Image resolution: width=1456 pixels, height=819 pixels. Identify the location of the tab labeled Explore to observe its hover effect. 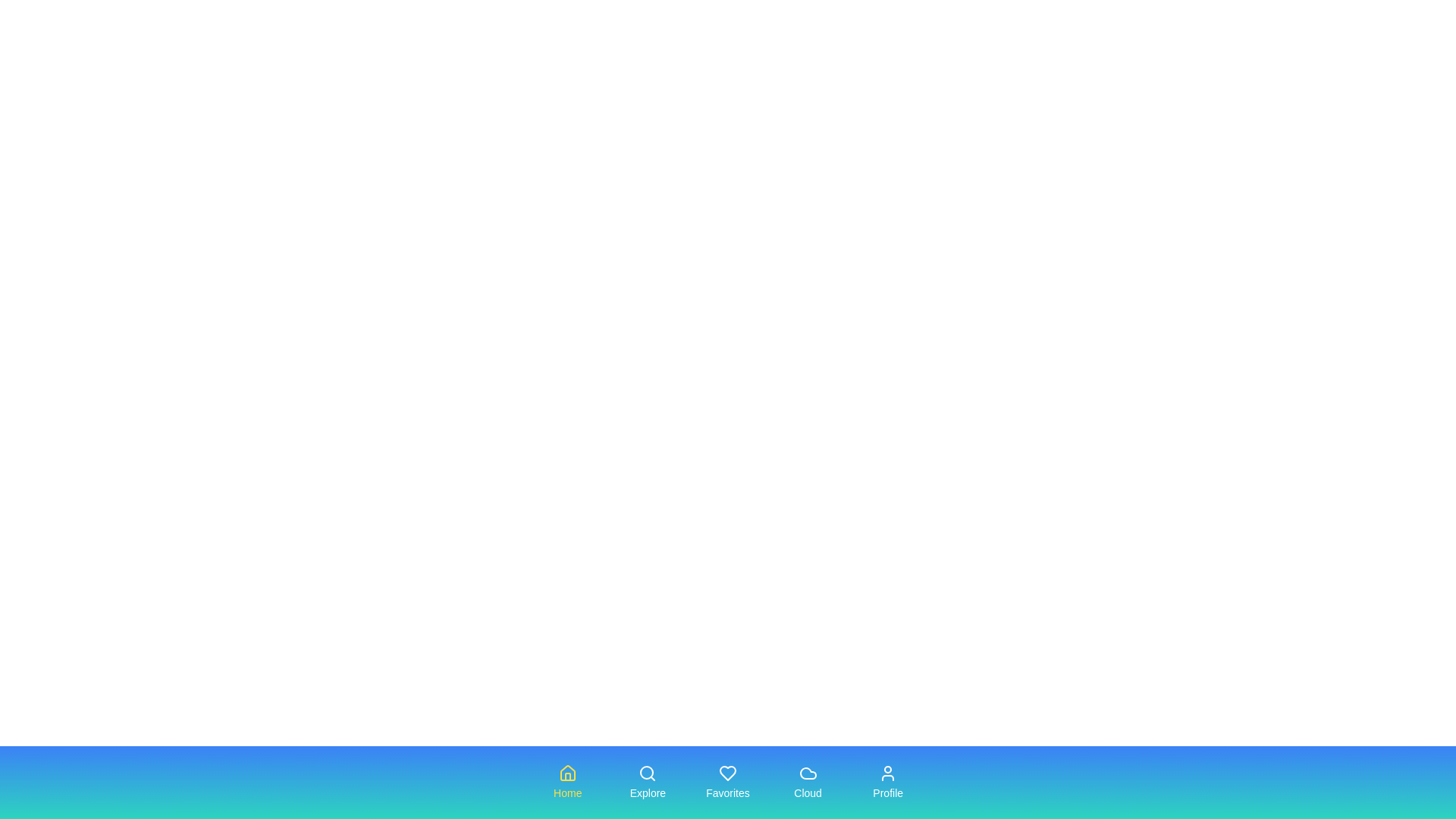
(648, 783).